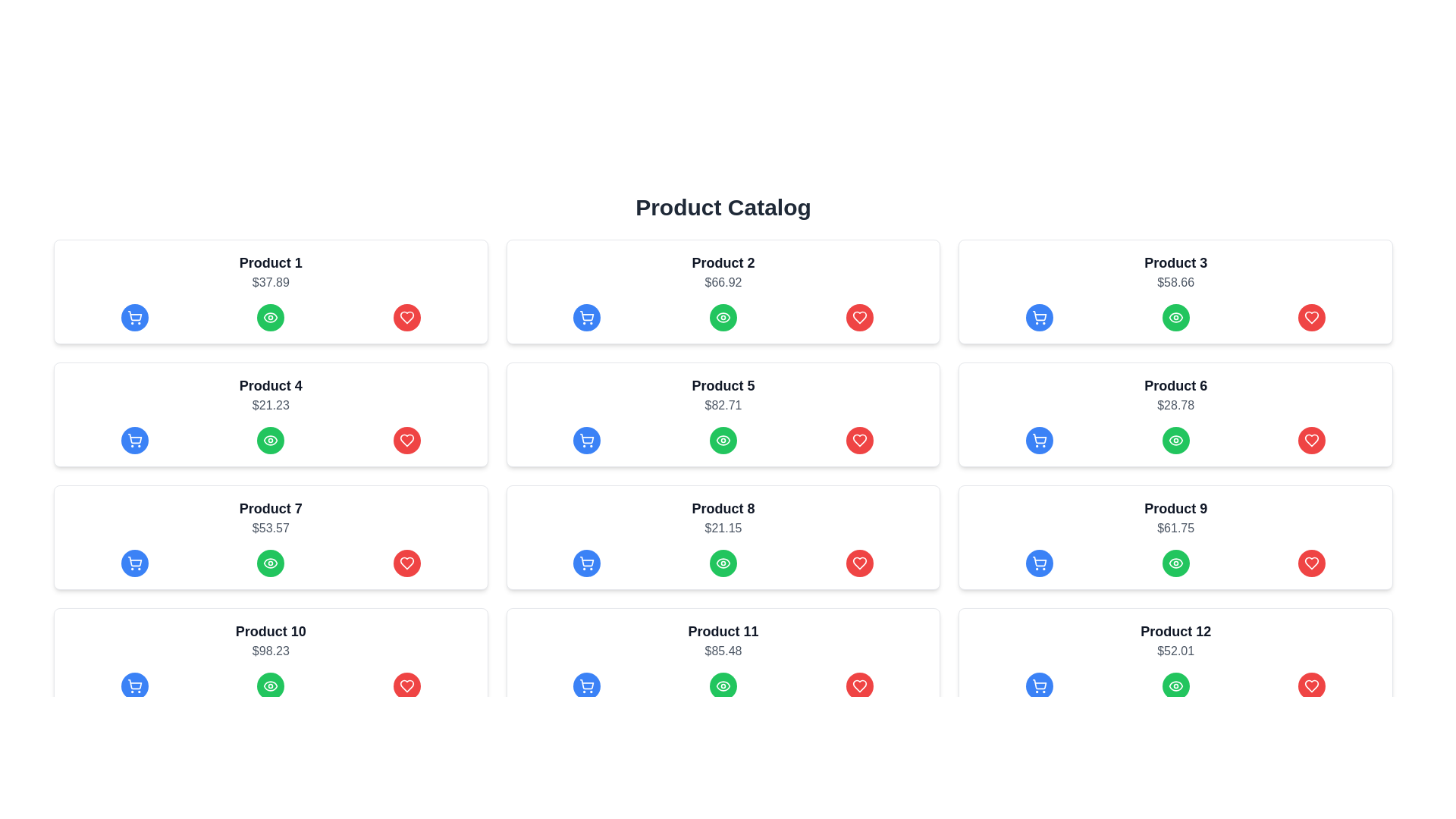  What do you see at coordinates (1311, 563) in the screenshot?
I see `the heart-shaped icon in the 'Product Catalog' interface to mark the product as favorite` at bounding box center [1311, 563].